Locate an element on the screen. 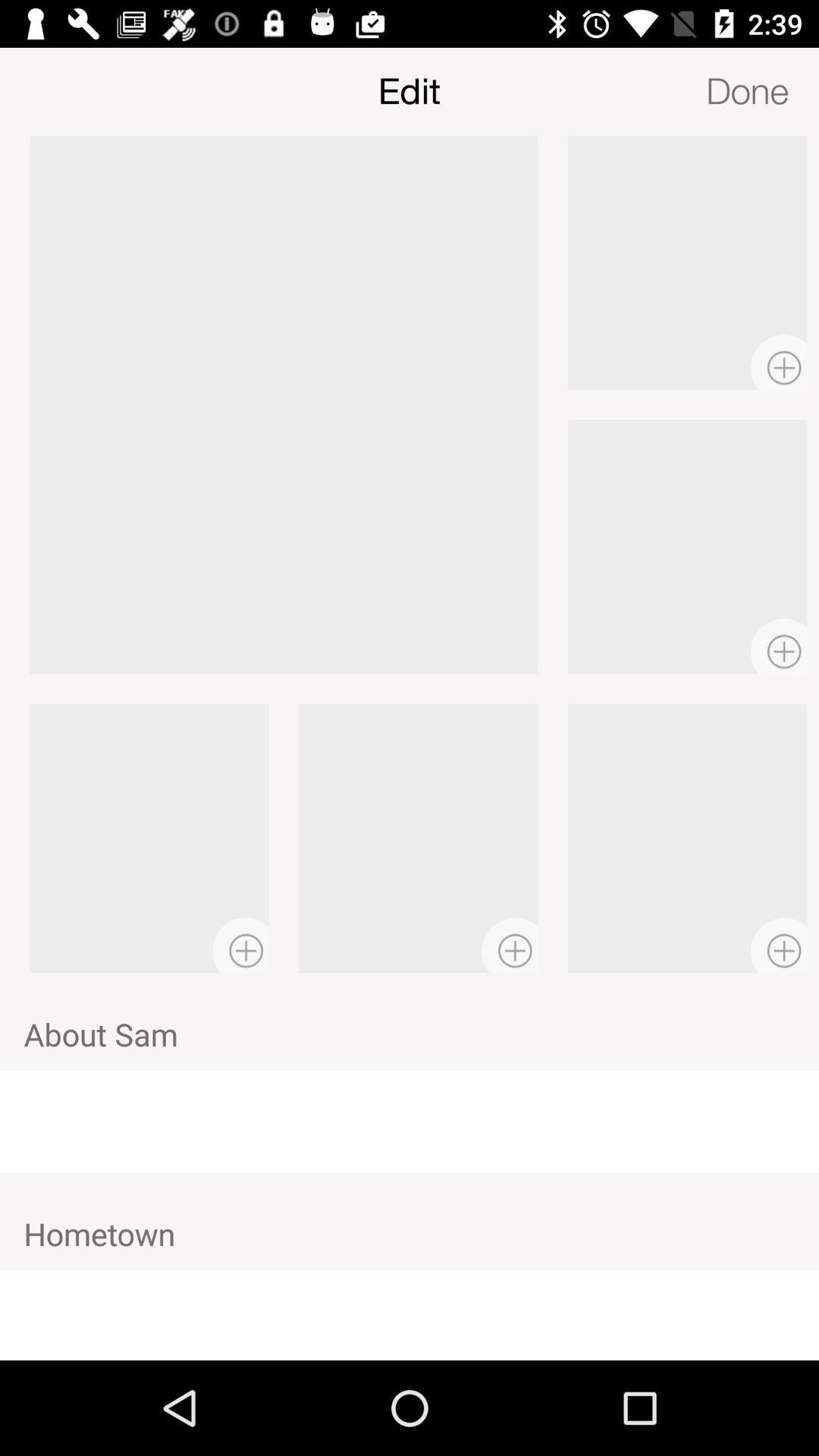 The image size is (819, 1456). the add icon is located at coordinates (240, 944).